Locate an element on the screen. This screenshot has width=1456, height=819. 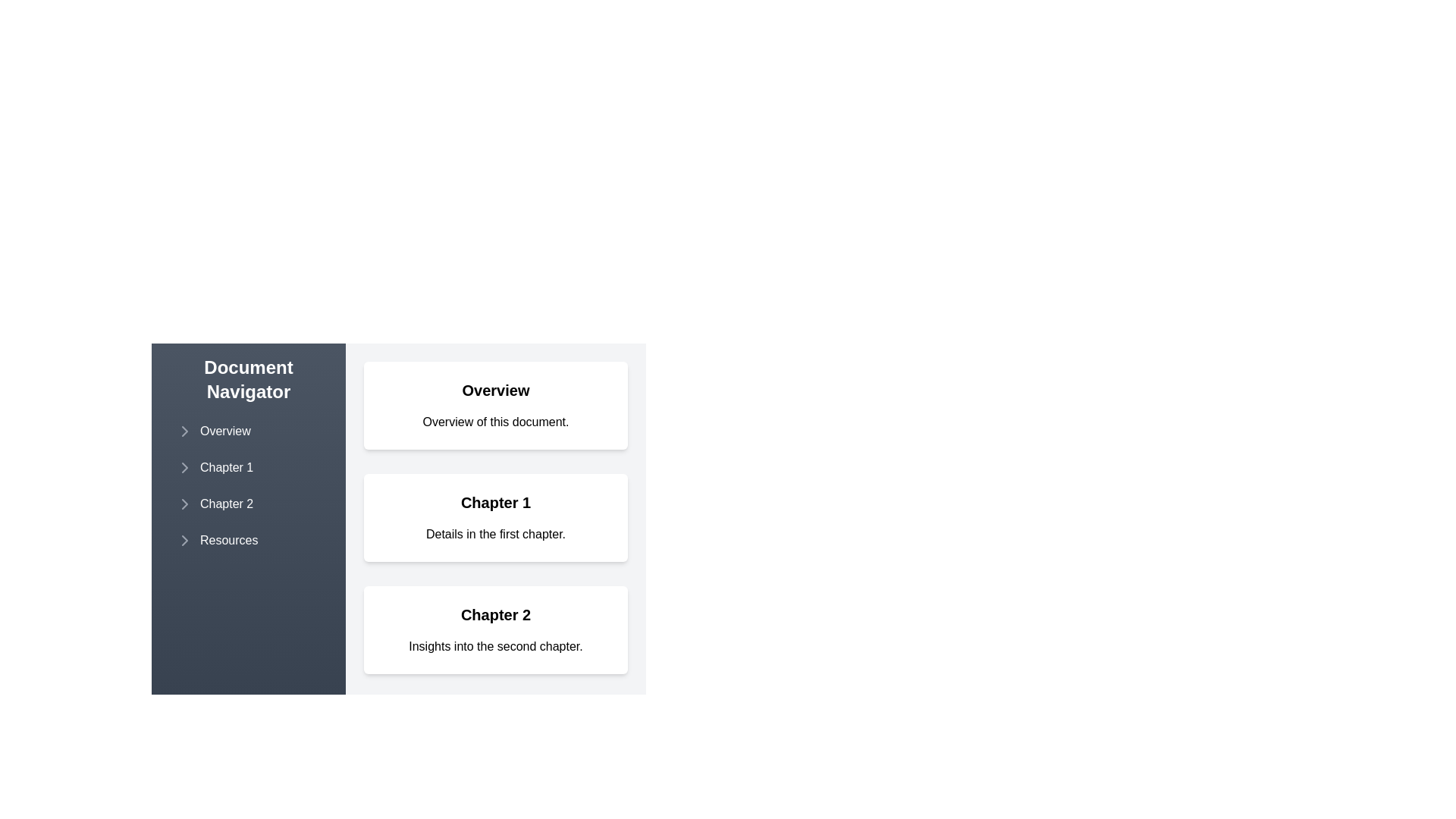
the right-pointing chevron icon styled in gray, which is positioned to the left of the text 'Chapter 1' in the sidebar navigation menu is located at coordinates (184, 467).